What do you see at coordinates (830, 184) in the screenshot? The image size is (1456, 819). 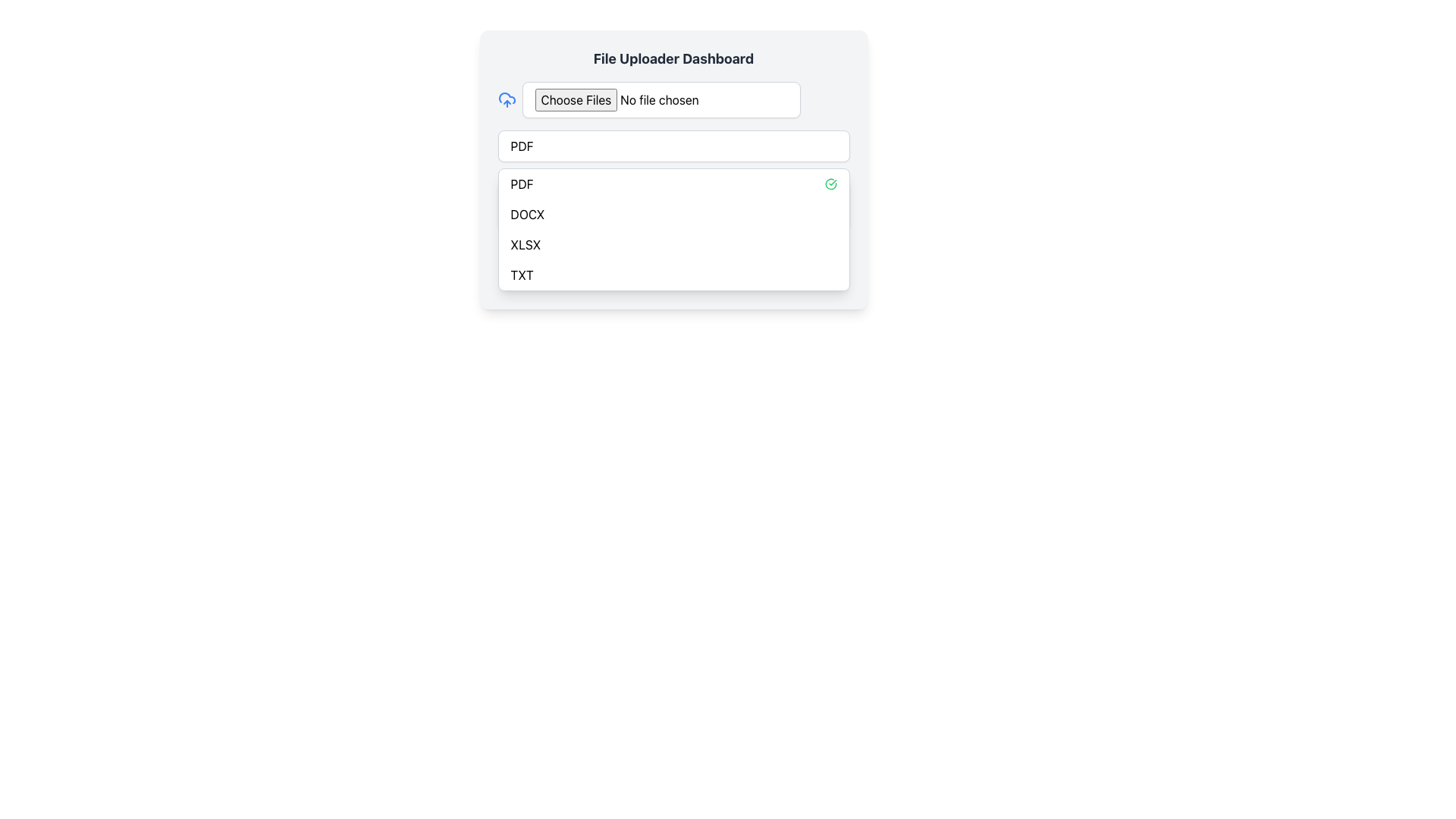 I see `the circular green check indicator icon located at the far-right of the row labeled 'PDF' in the dropdown list` at bounding box center [830, 184].